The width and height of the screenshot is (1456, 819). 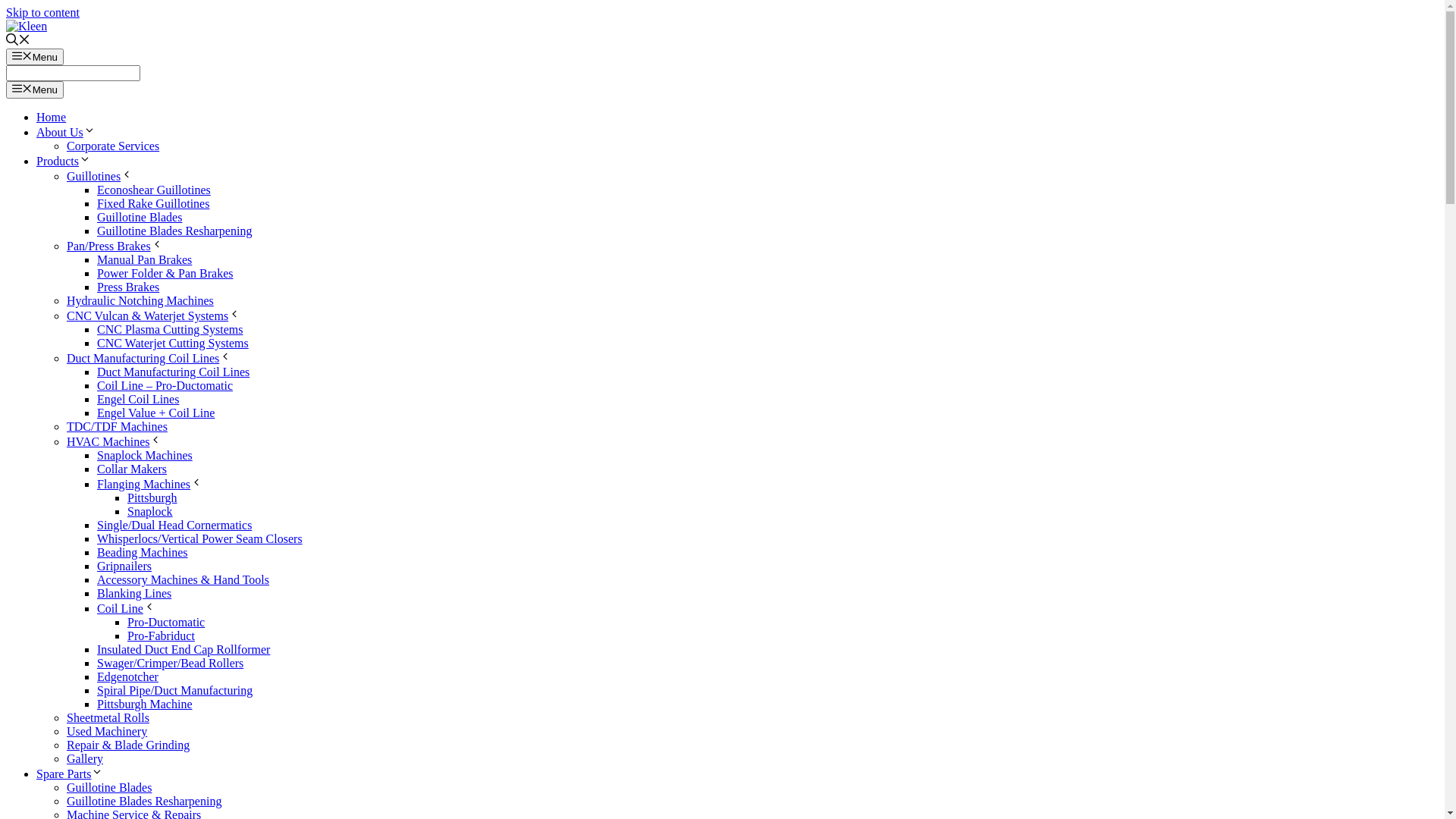 What do you see at coordinates (149, 484) in the screenshot?
I see `'Flanging Machines'` at bounding box center [149, 484].